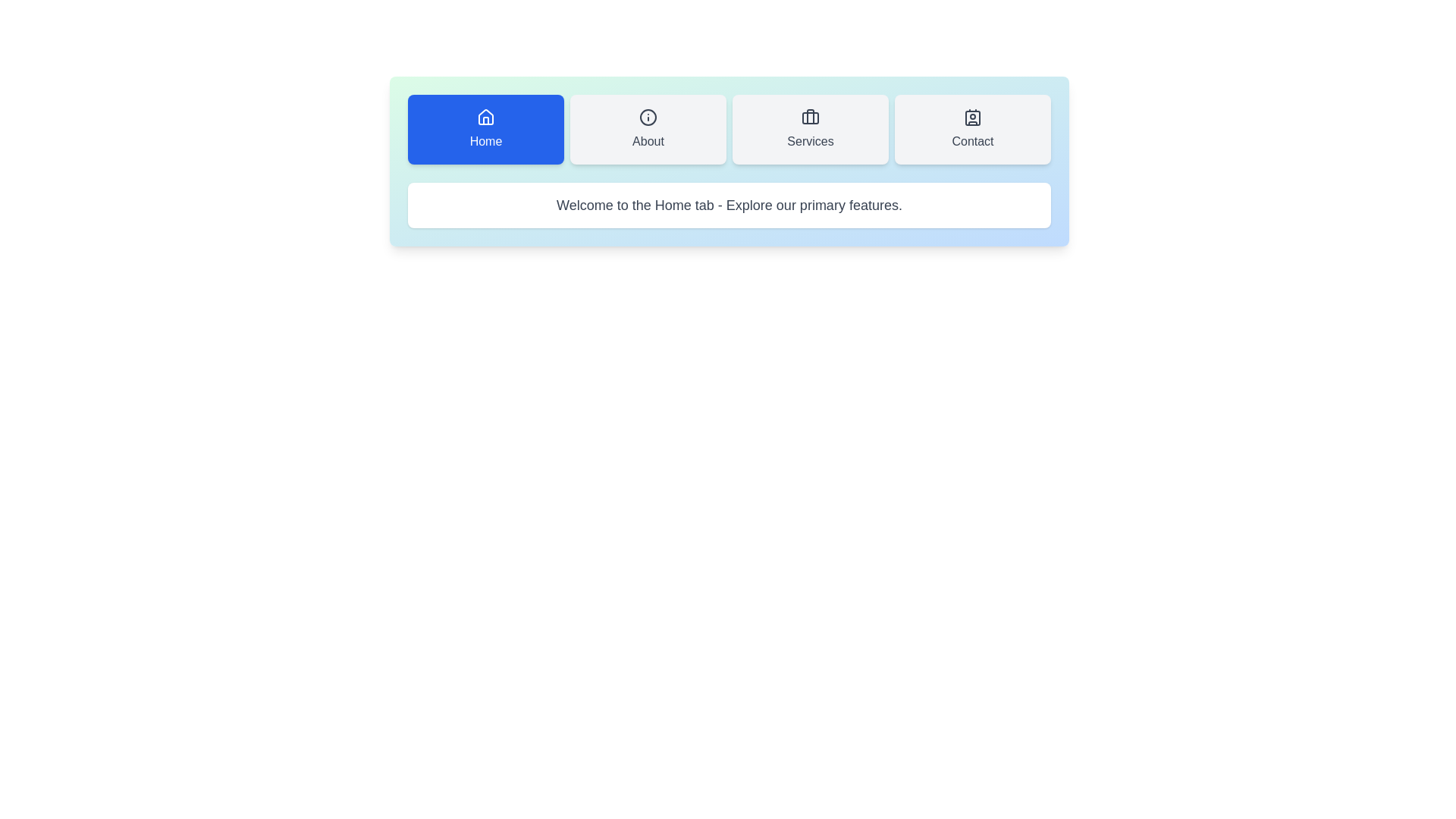 Image resolution: width=1456 pixels, height=819 pixels. What do you see at coordinates (648, 116) in the screenshot?
I see `the visual cue circle representing the 'About' section, located at the center of the 'About' button area` at bounding box center [648, 116].